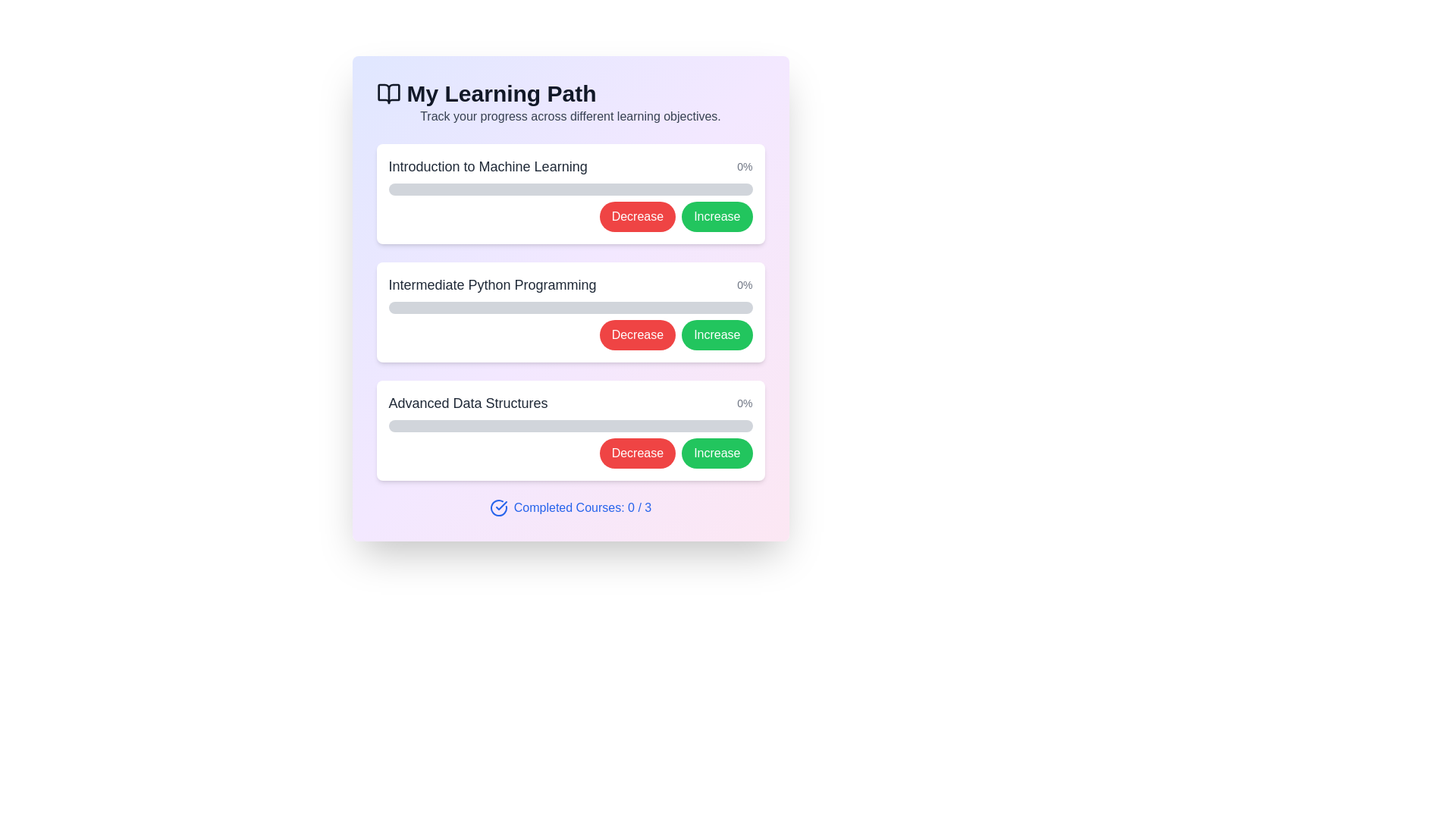 This screenshot has height=819, width=1456. Describe the element at coordinates (570, 284) in the screenshot. I see `the text element displaying 'Intermediate Python Programming' and '0%' which is part of a course entry in a vertical list` at that location.